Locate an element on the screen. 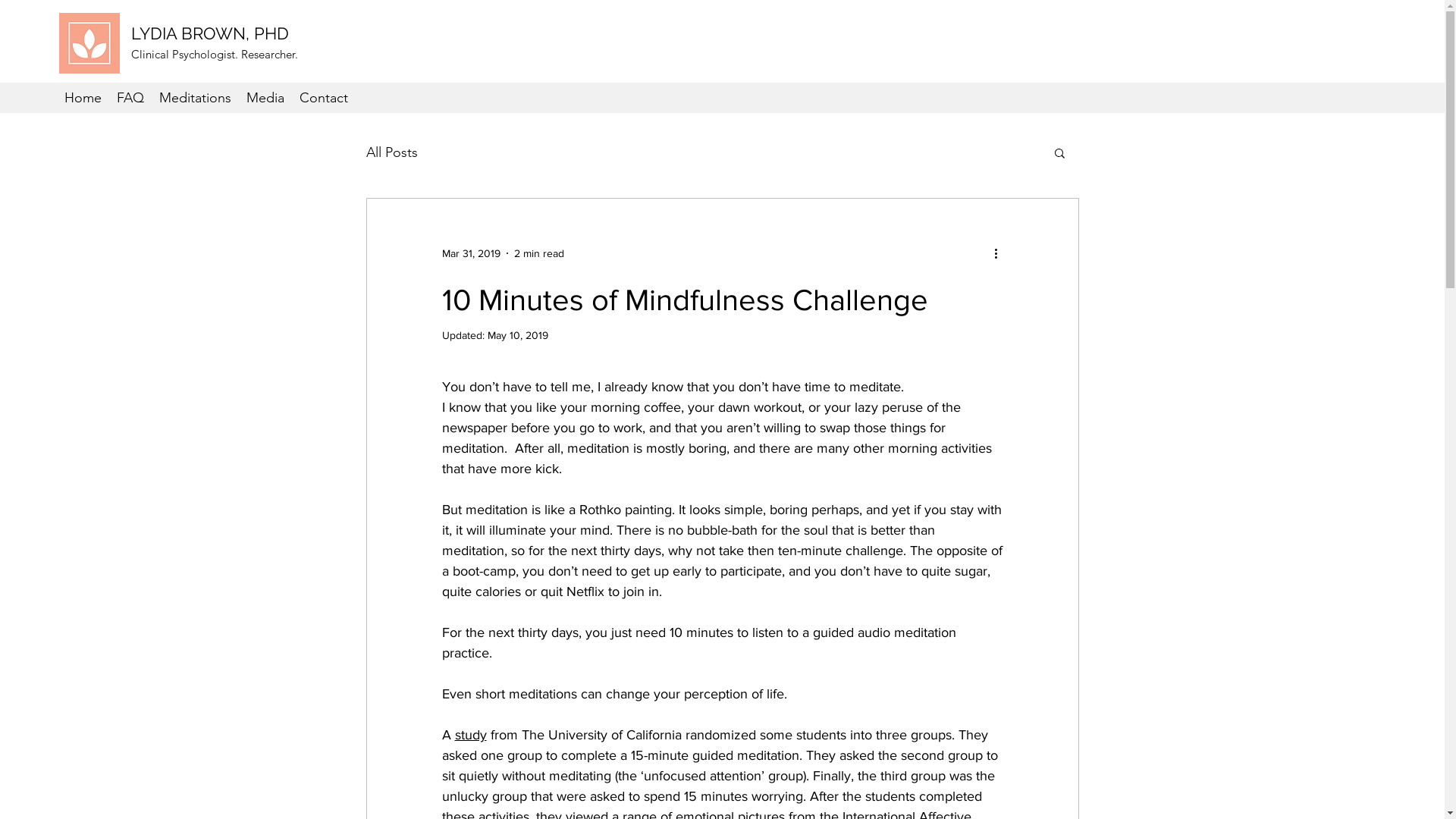  'Meditations' is located at coordinates (194, 97).